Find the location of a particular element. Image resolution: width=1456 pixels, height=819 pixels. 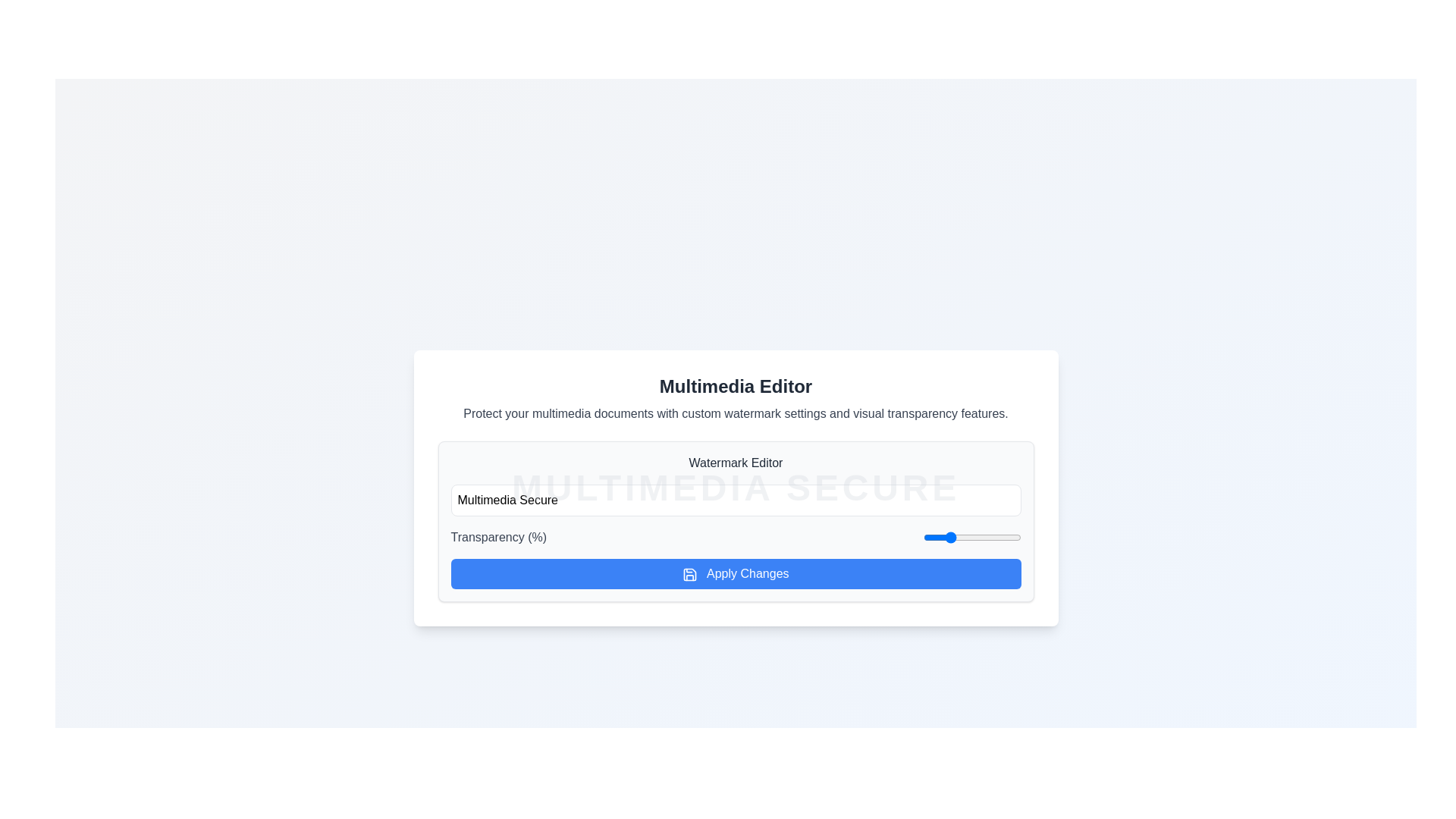

the transparency slider is located at coordinates (990, 537).